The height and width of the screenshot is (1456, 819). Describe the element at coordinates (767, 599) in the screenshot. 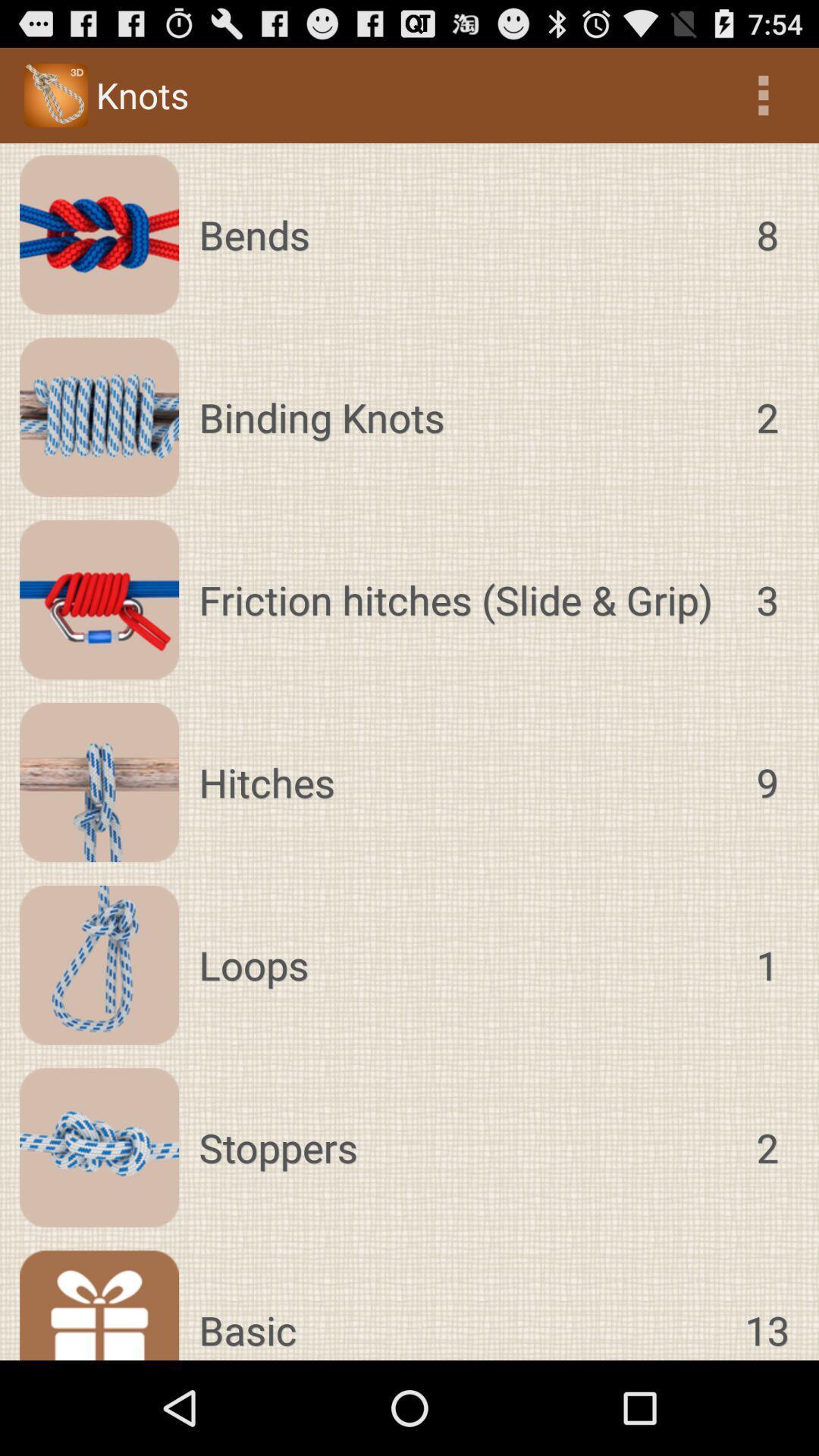

I see `3 icon` at that location.